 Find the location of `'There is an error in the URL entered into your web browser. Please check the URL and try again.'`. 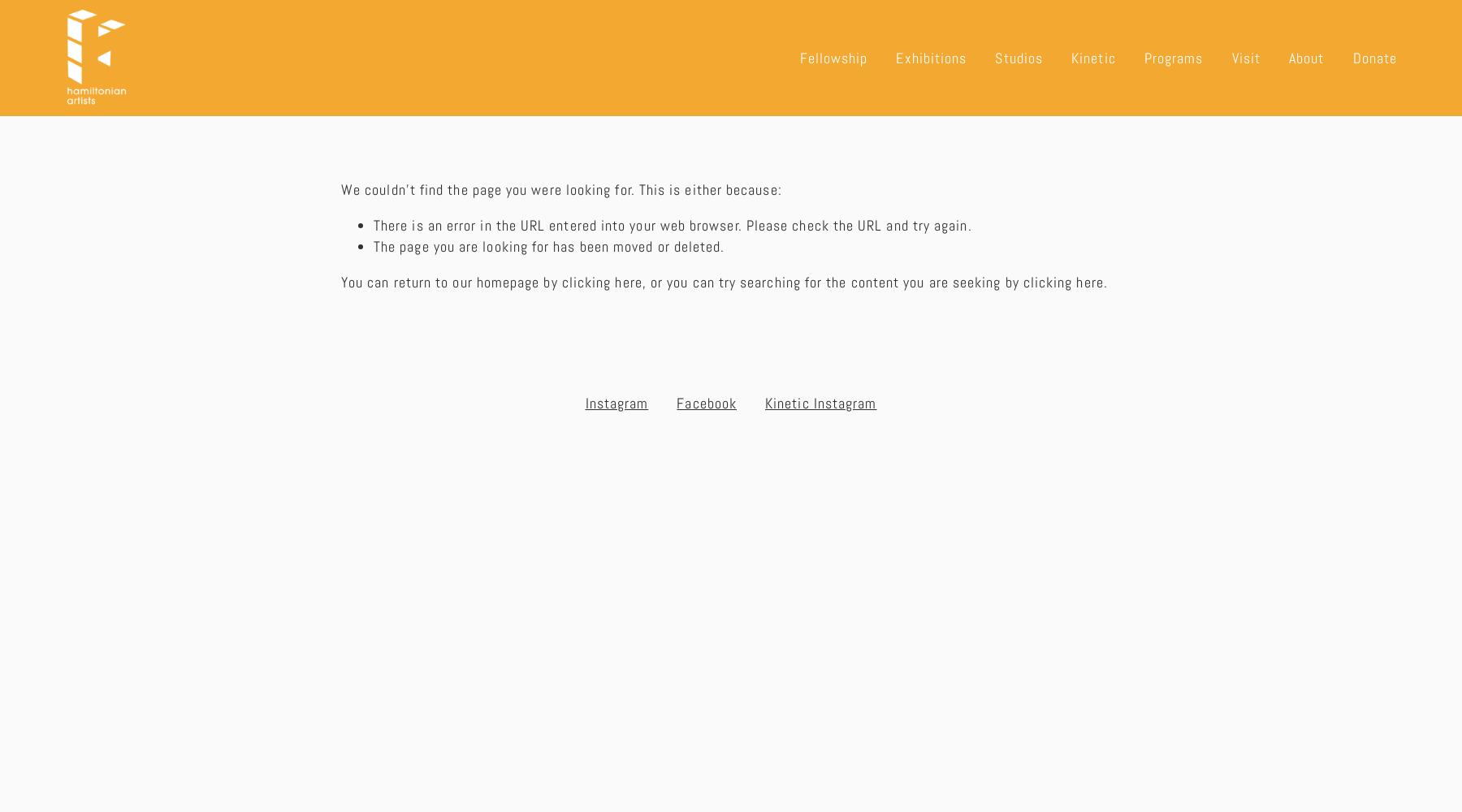

'There is an error in the URL entered into your web browser. Please check the URL and try again.' is located at coordinates (673, 224).